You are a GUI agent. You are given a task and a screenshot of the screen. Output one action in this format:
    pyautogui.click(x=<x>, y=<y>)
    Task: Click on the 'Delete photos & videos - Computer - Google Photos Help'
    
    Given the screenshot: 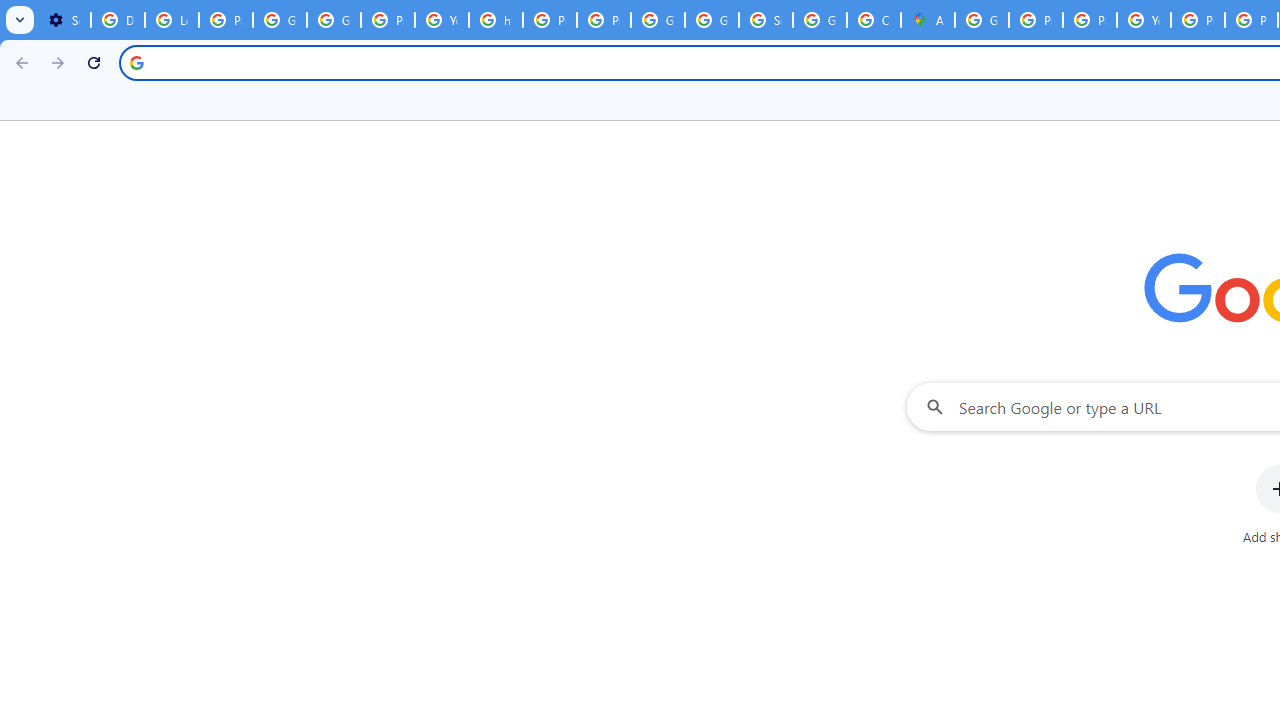 What is the action you would take?
    pyautogui.click(x=116, y=20)
    